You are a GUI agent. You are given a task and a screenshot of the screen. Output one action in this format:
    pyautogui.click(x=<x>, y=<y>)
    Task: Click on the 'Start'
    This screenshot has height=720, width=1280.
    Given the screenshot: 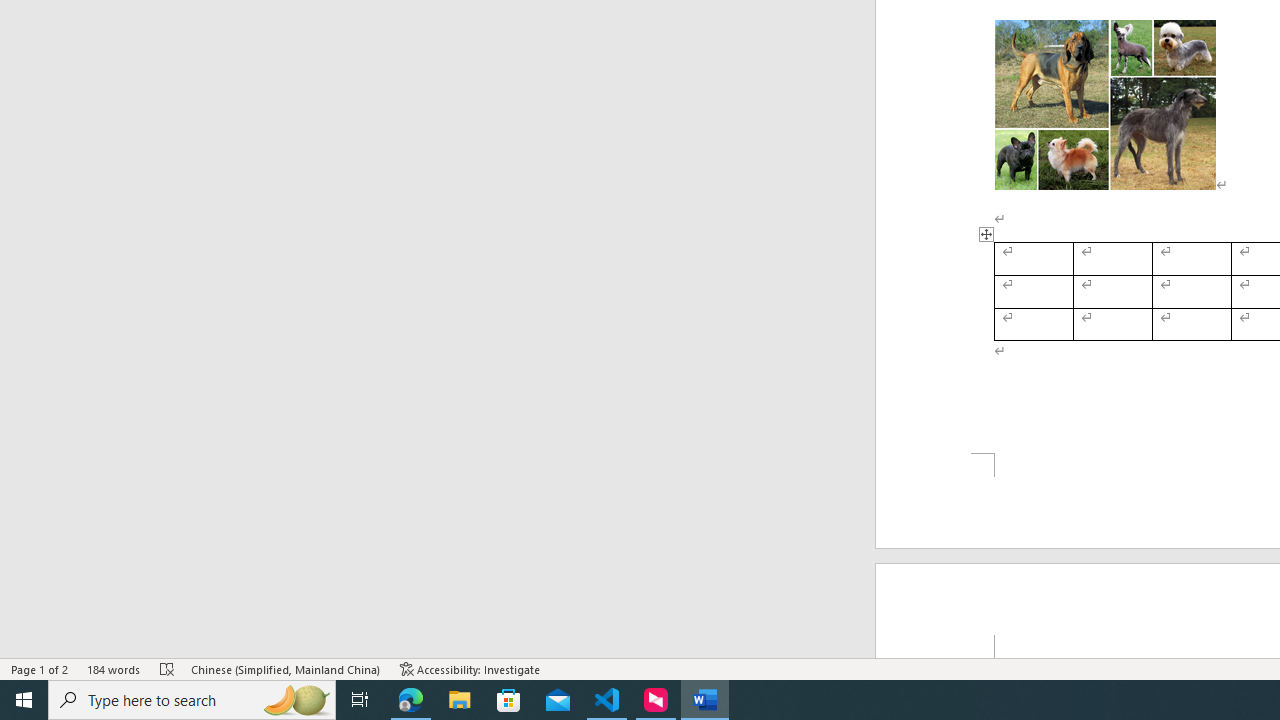 What is the action you would take?
    pyautogui.click(x=24, y=698)
    